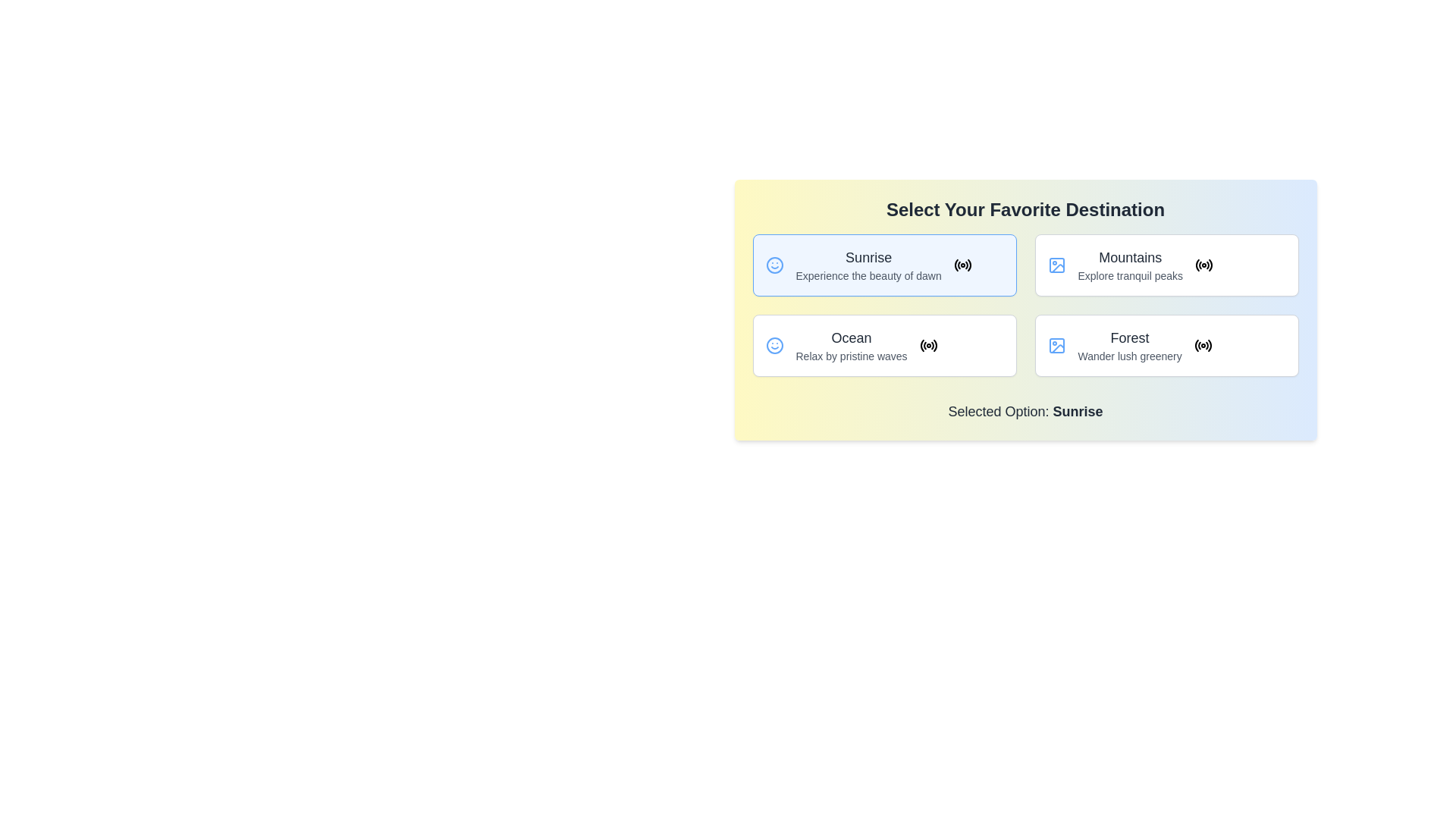 The height and width of the screenshot is (819, 1456). What do you see at coordinates (1056, 265) in the screenshot?
I see `the 'Mountains' icon, which is the left-most element in the 'Mountains' card in the destination selection interface` at bounding box center [1056, 265].